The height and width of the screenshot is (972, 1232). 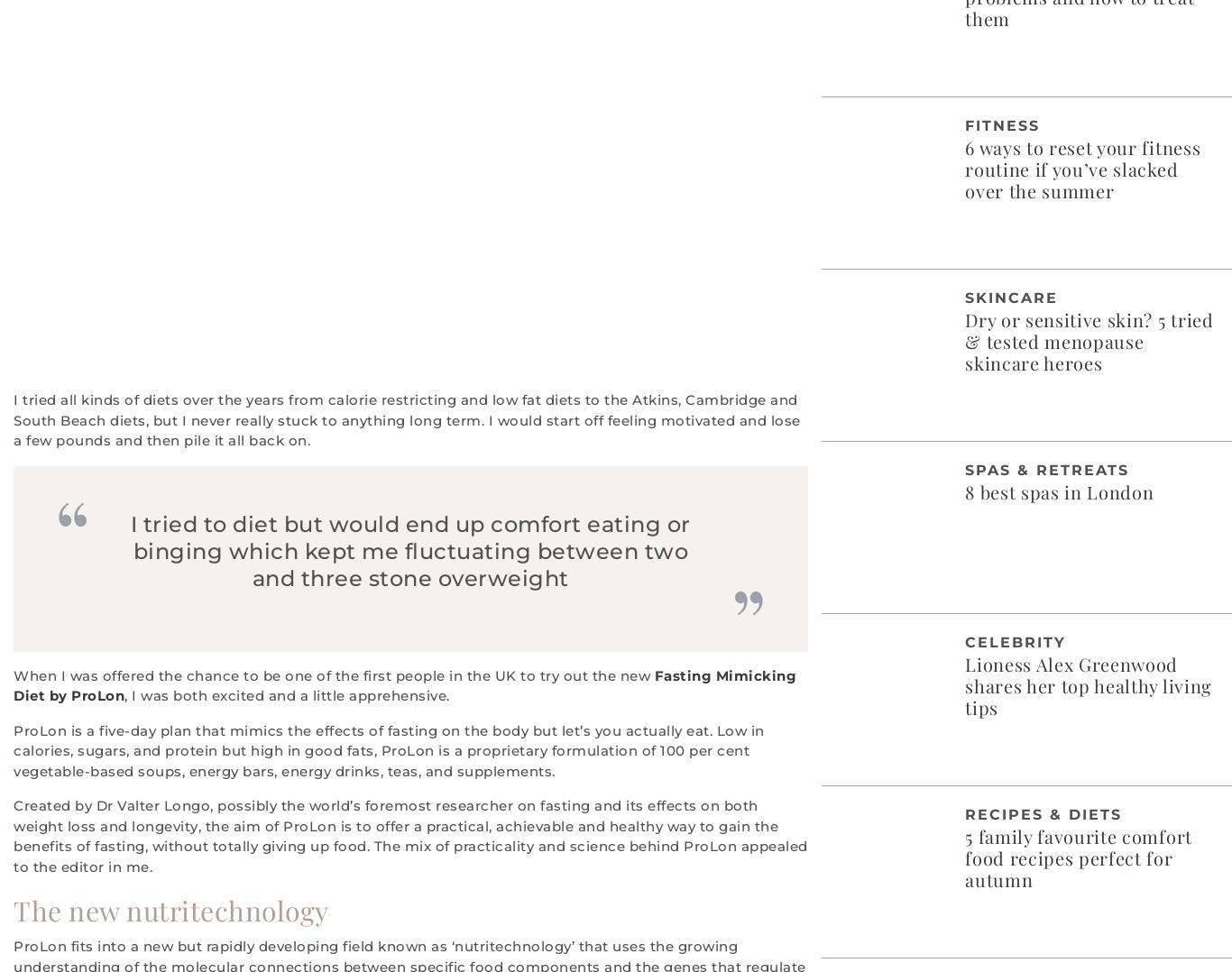 What do you see at coordinates (387, 750) in the screenshot?
I see `'ProLon is a five-day plan that mimics the effects of fasting on the body but let’s you actually eat. Low in calories, sugars, and protein but high in good fats, ProLon is a proprietary formulation of 100 per cent vegetable-based soups, energy bars, energy drinks, teas, and supplements.'` at bounding box center [387, 750].